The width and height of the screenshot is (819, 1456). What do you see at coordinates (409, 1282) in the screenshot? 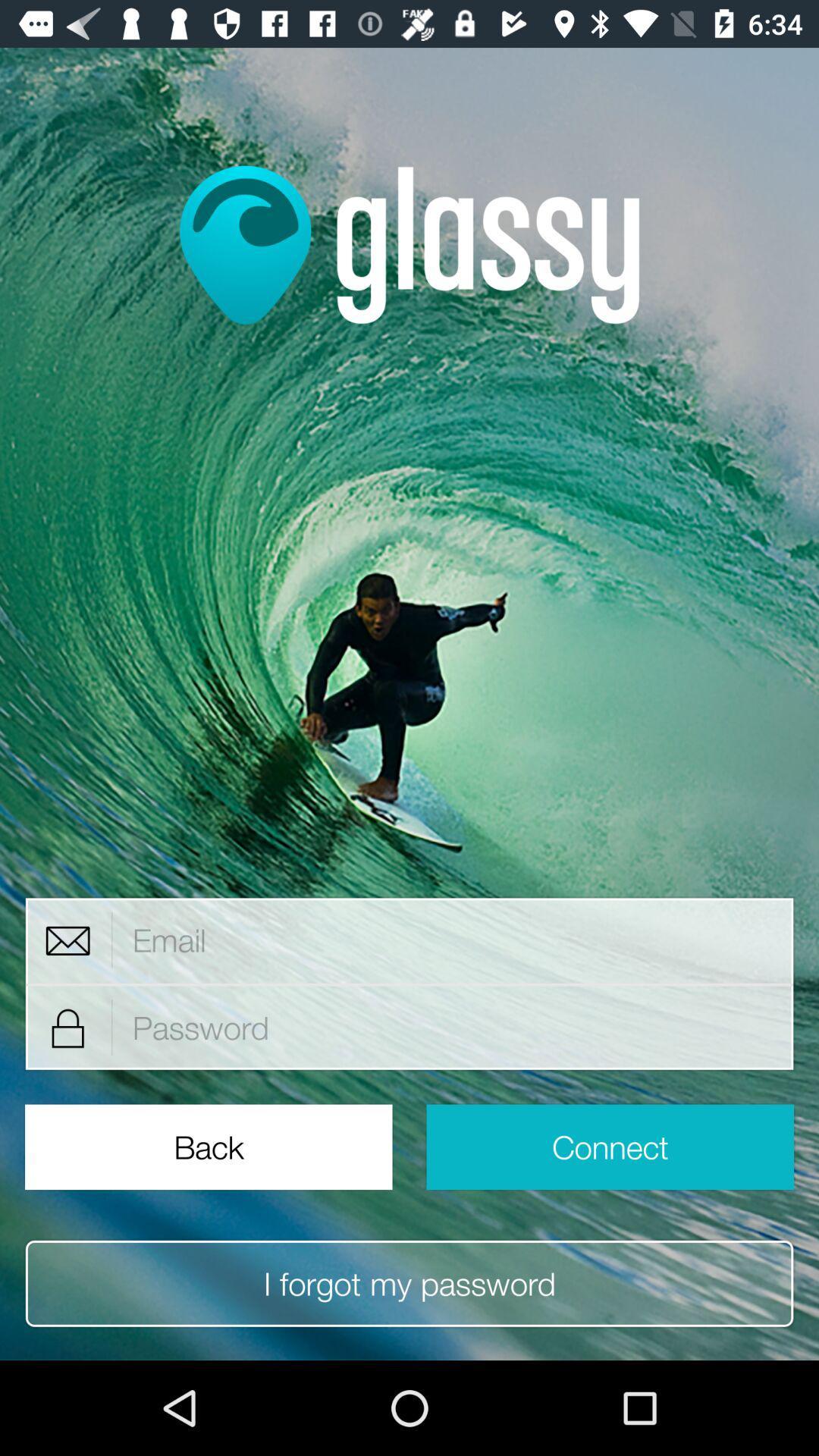
I see `the item below the back` at bounding box center [409, 1282].